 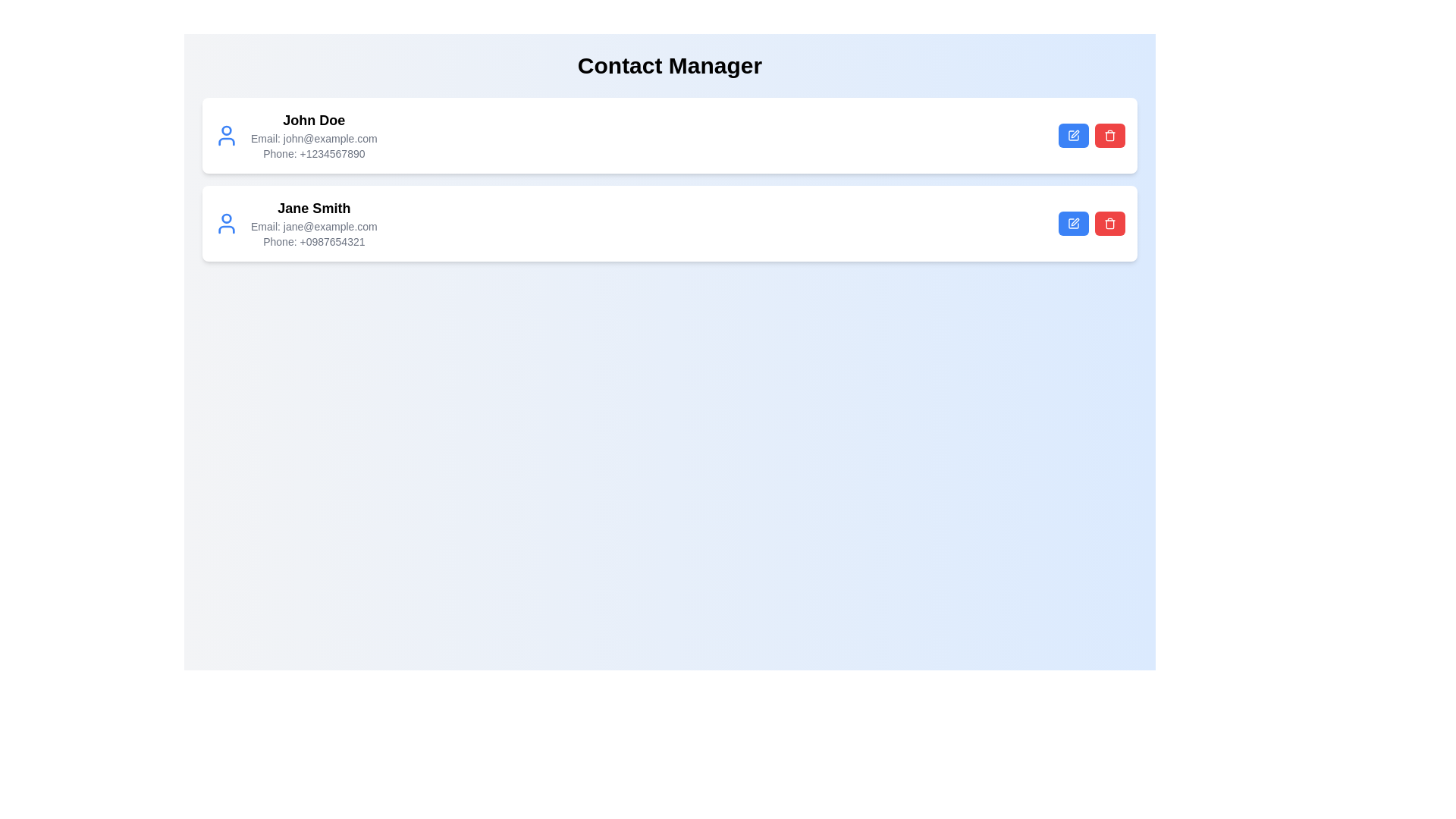 What do you see at coordinates (1074, 222) in the screenshot?
I see `the edit icon located to the right of the contact details for 'Jane Smith' in the second row of the contact list interface for keyboard interactions` at bounding box center [1074, 222].